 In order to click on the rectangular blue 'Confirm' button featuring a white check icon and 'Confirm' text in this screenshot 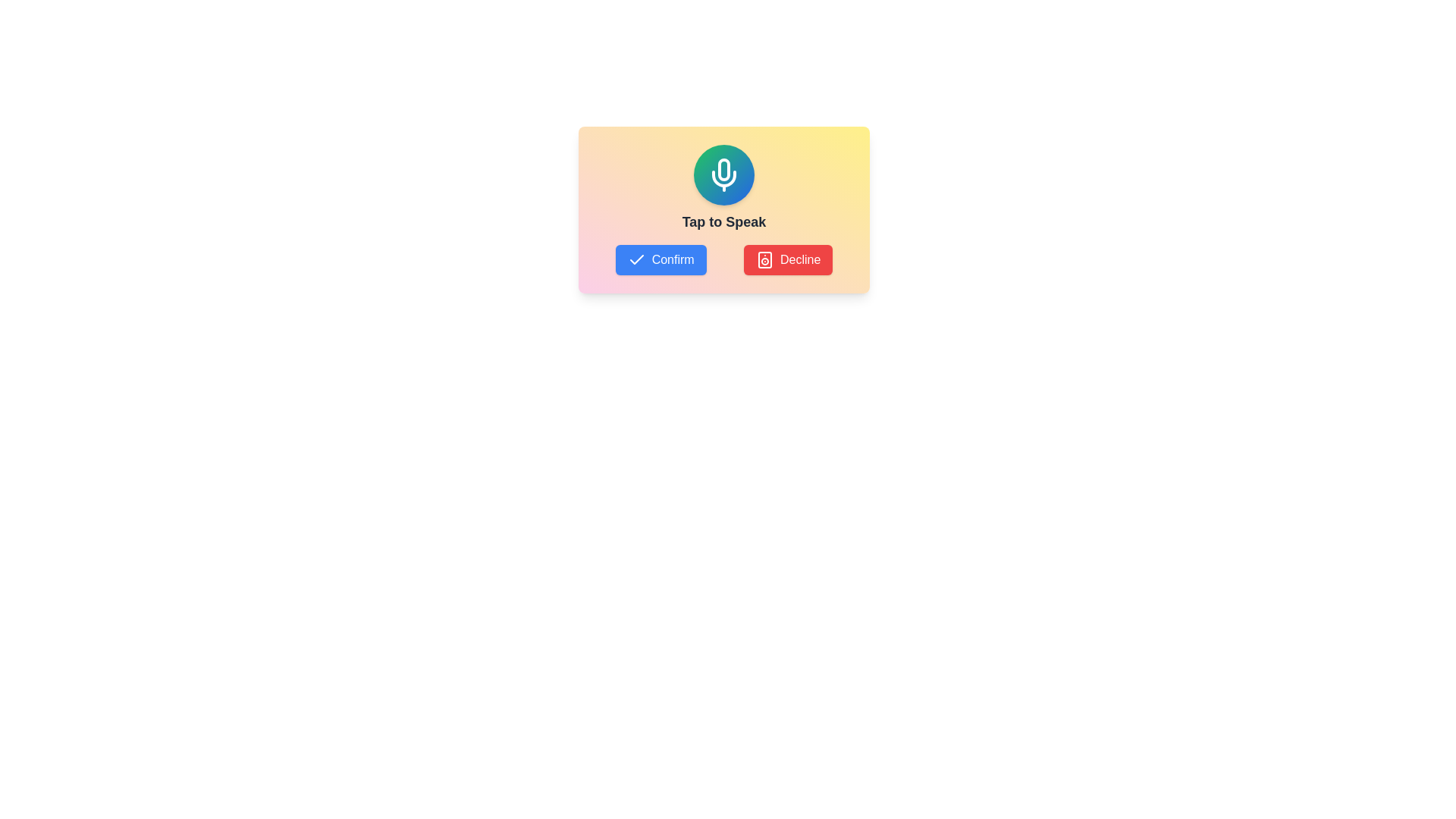, I will do `click(661, 259)`.